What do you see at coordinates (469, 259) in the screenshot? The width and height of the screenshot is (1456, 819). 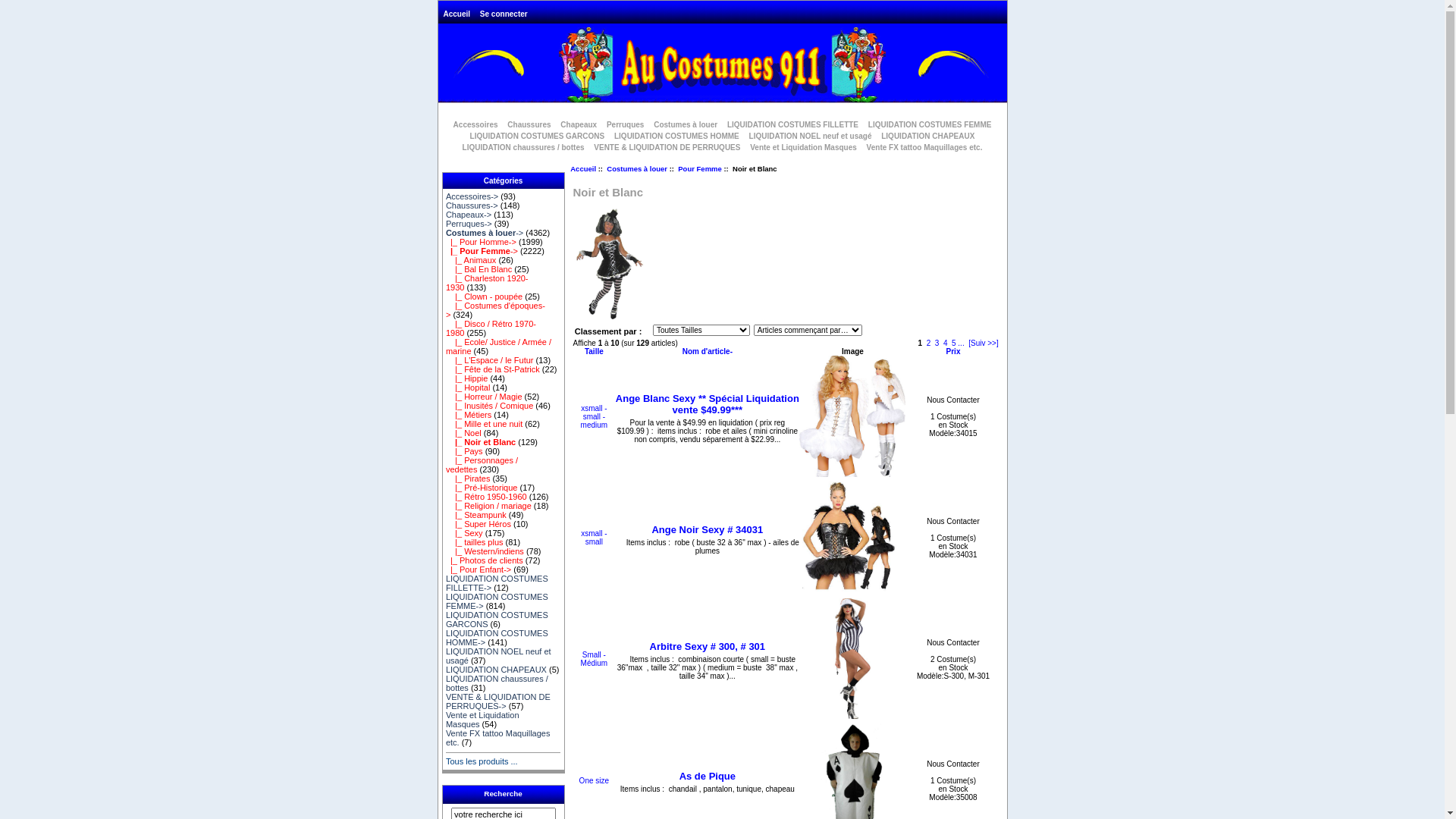 I see `'    |_ Animaux'` at bounding box center [469, 259].